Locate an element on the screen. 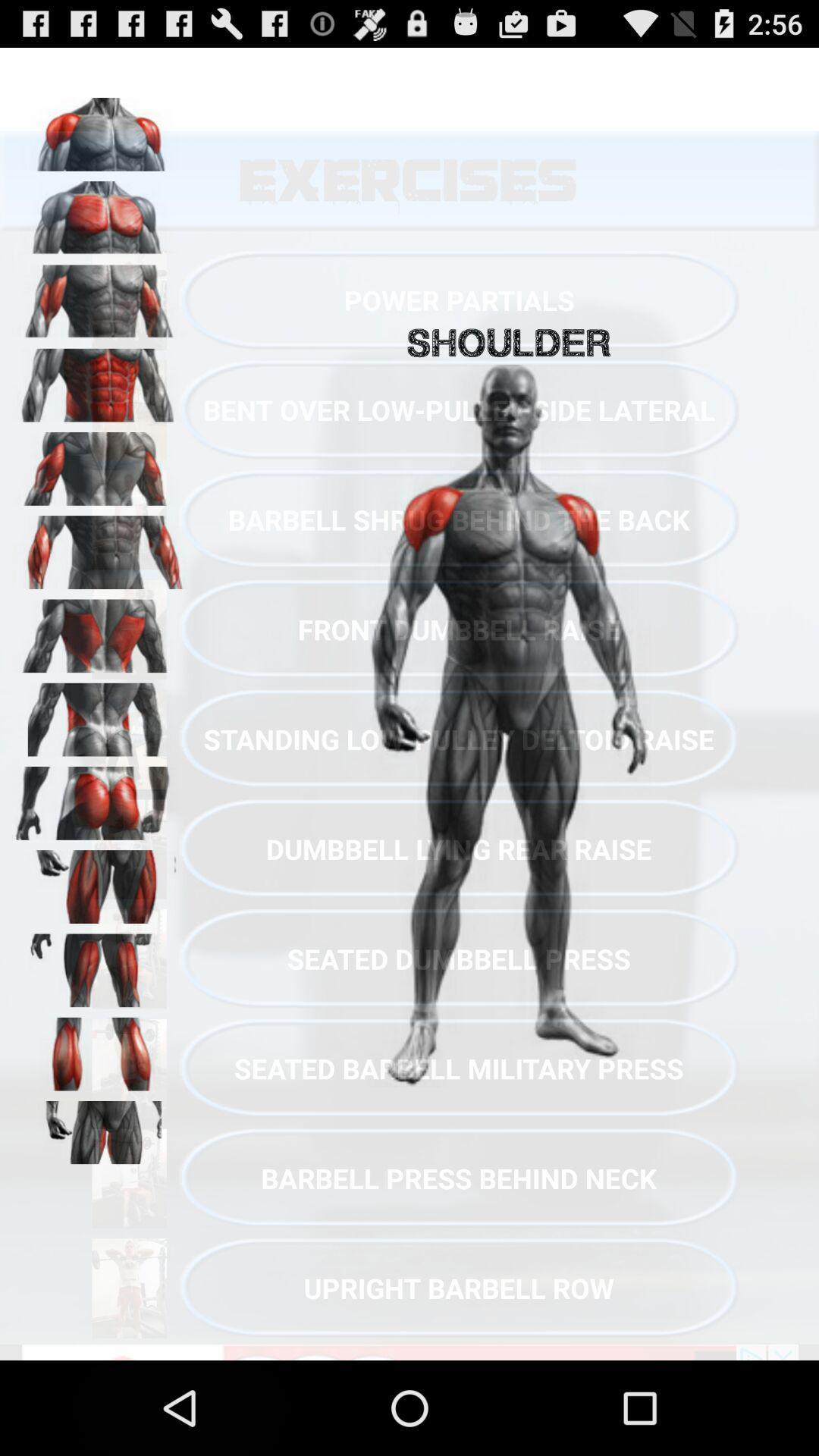 The image size is (819, 1456). option is located at coordinates (99, 463).